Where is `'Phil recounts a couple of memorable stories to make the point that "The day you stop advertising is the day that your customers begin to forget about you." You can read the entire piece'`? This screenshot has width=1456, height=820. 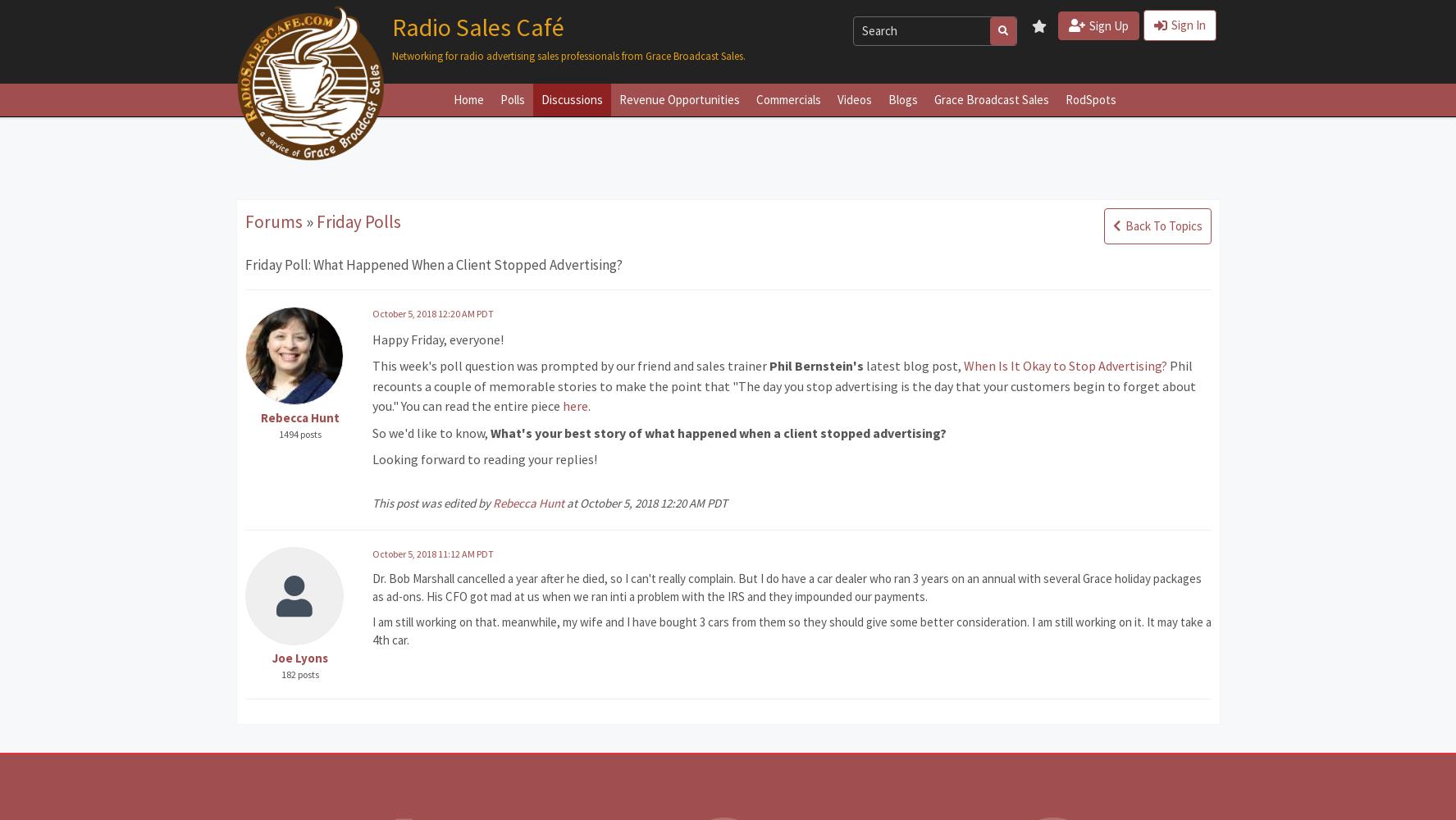 'Phil recounts a couple of memorable stories to make the point that "The day you stop advertising is the day that your customers begin to forget about you." You can read the entire piece' is located at coordinates (783, 385).